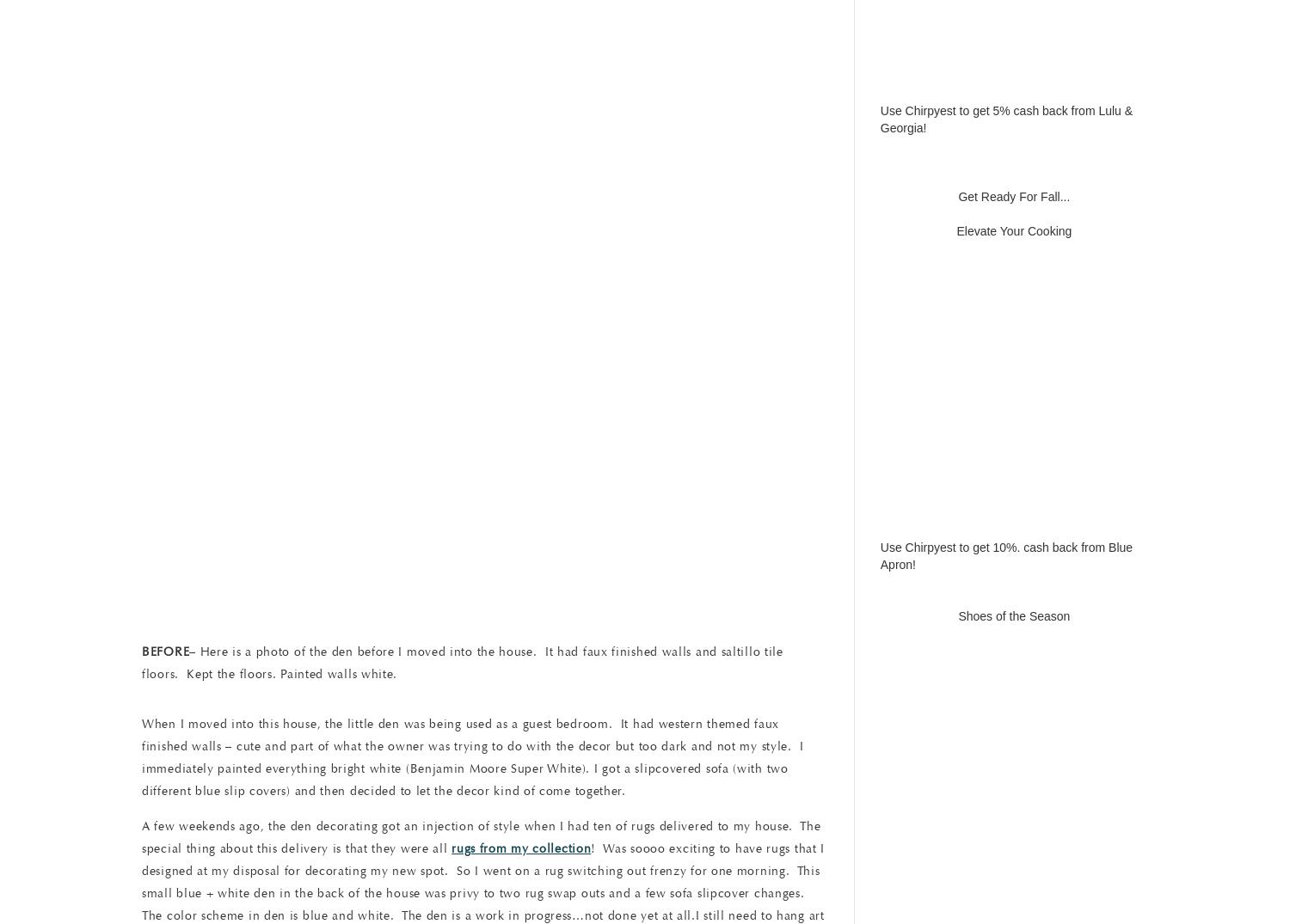 The width and height of the screenshot is (1290, 924). I want to click on 'Elevate Your Cooking', so click(1014, 229).